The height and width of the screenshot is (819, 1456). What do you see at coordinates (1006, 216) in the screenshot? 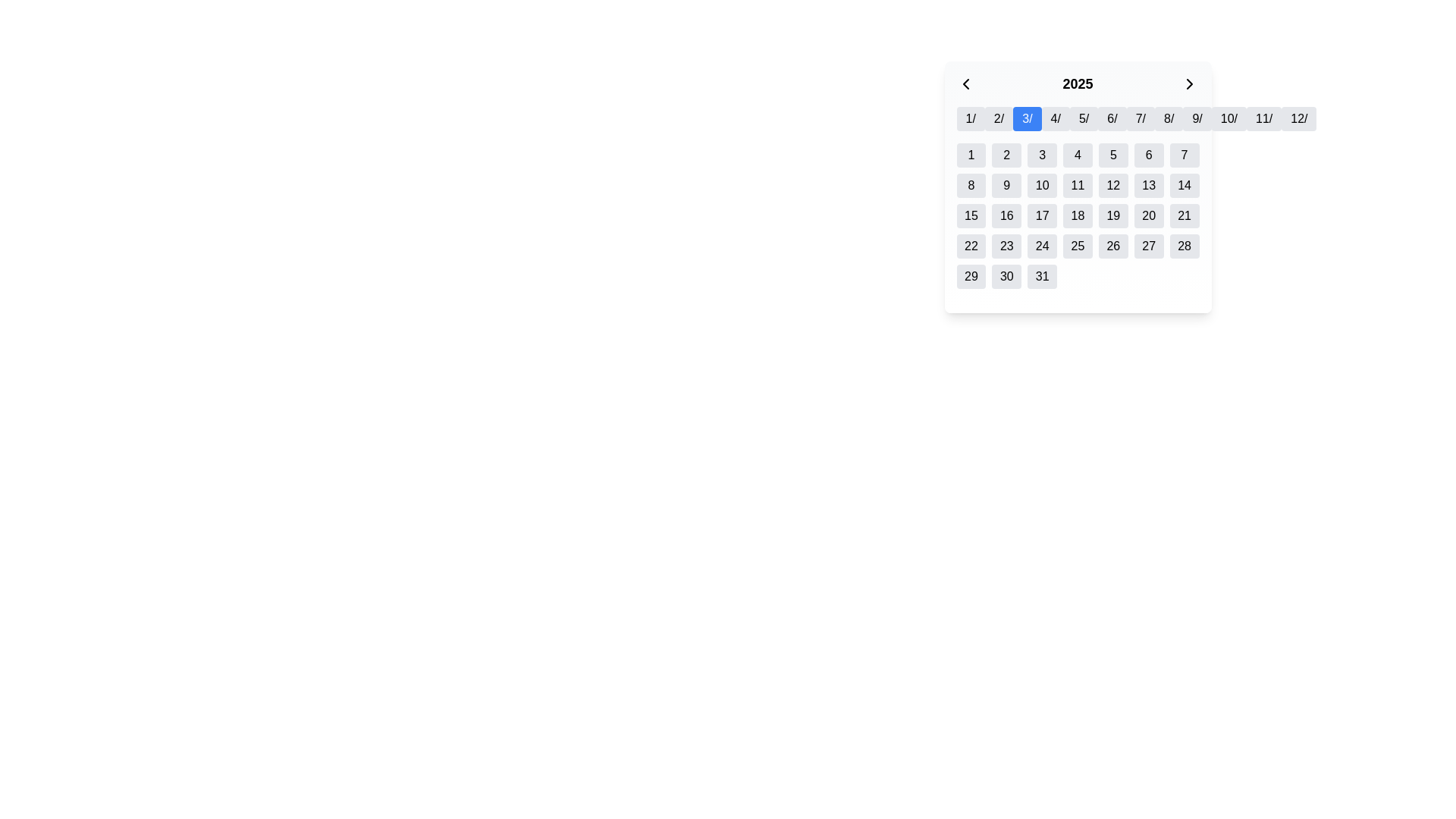
I see `the interactive date selection button for the date '16' in the calendar view` at bounding box center [1006, 216].